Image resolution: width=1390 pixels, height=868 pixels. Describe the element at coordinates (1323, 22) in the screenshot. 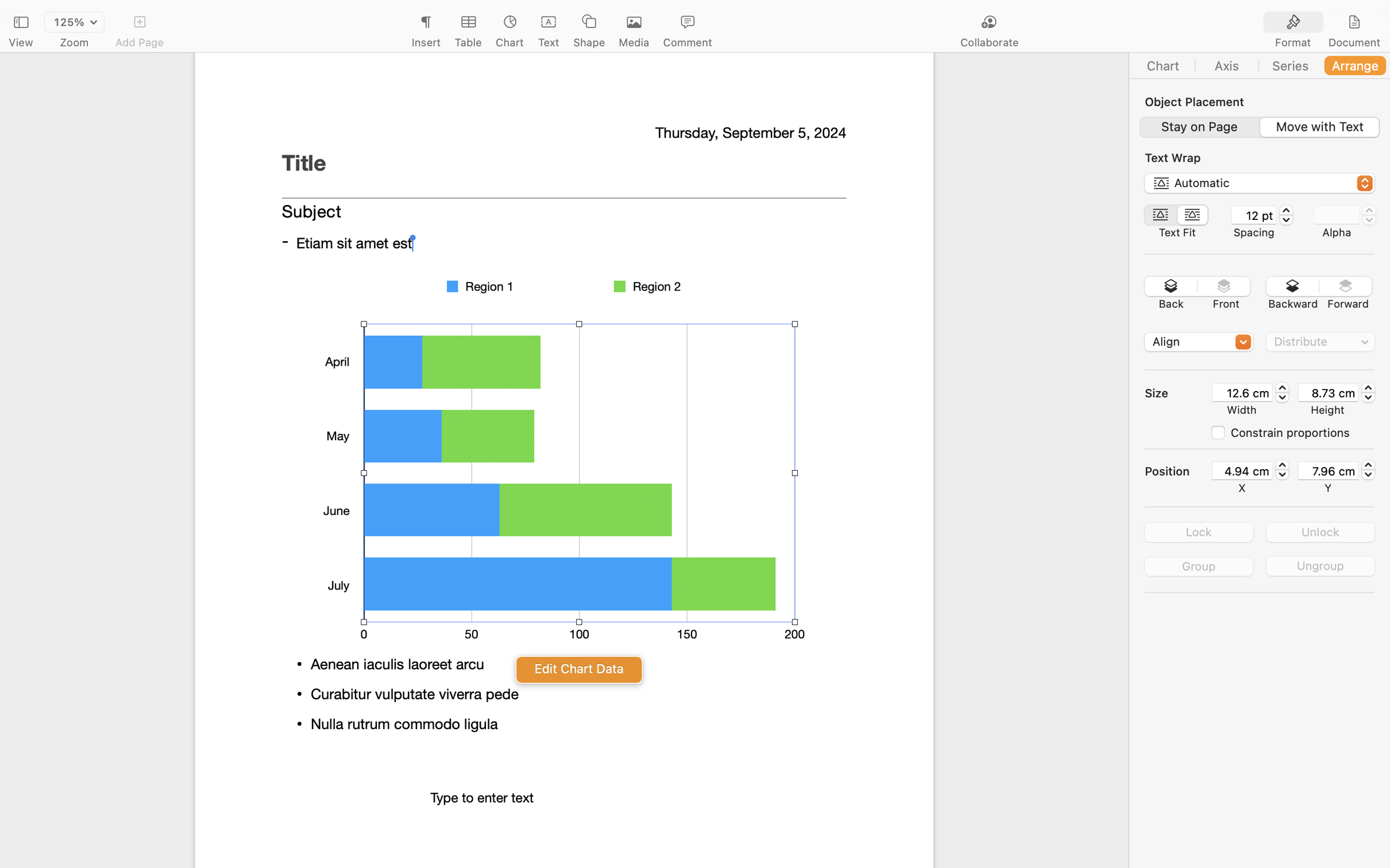

I see `'<AXUIElement 0x178665520> {pid=1482}'` at that location.